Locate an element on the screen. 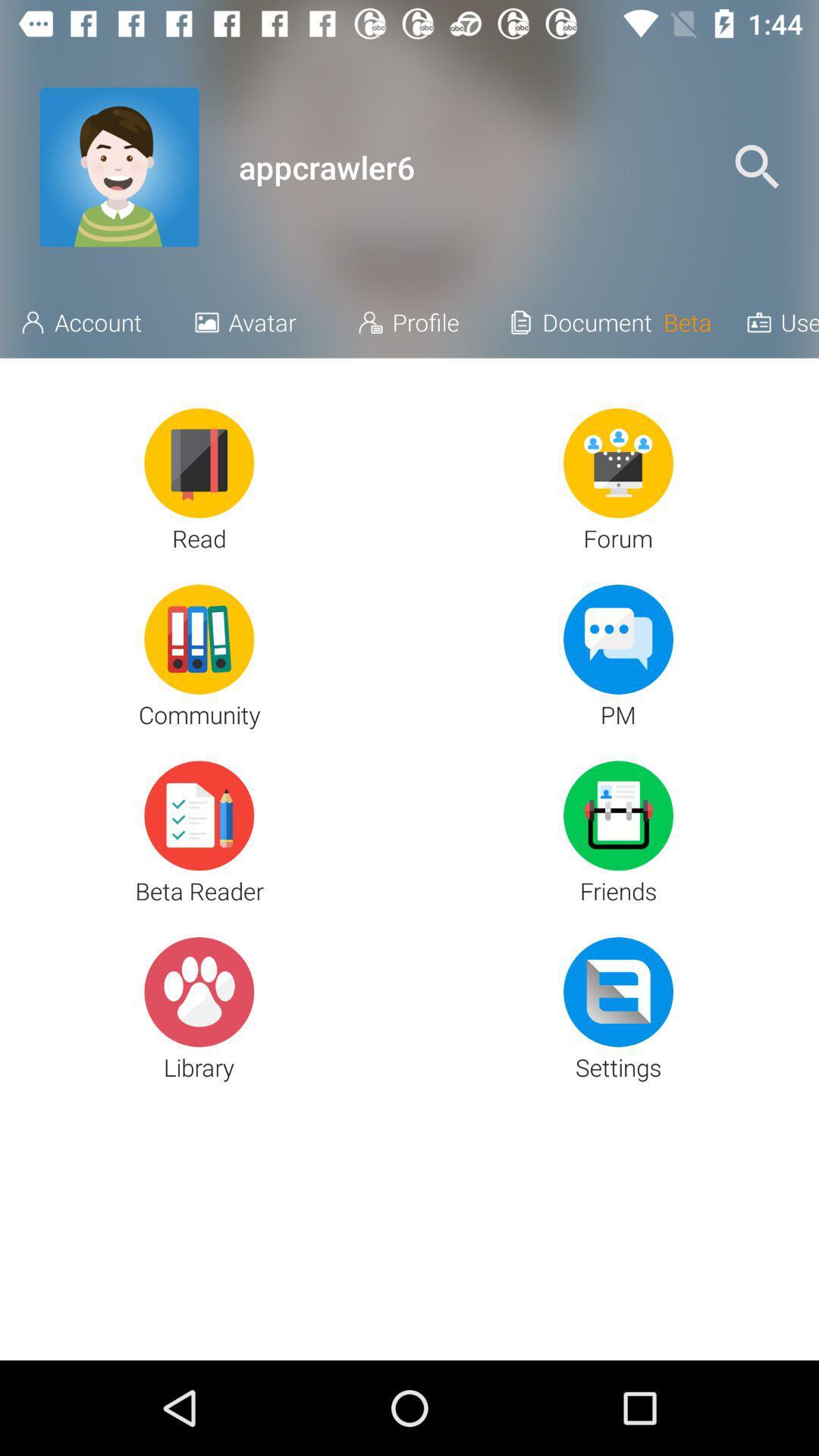 Image resolution: width=819 pixels, height=1456 pixels. the icon above the username icon is located at coordinates (757, 167).